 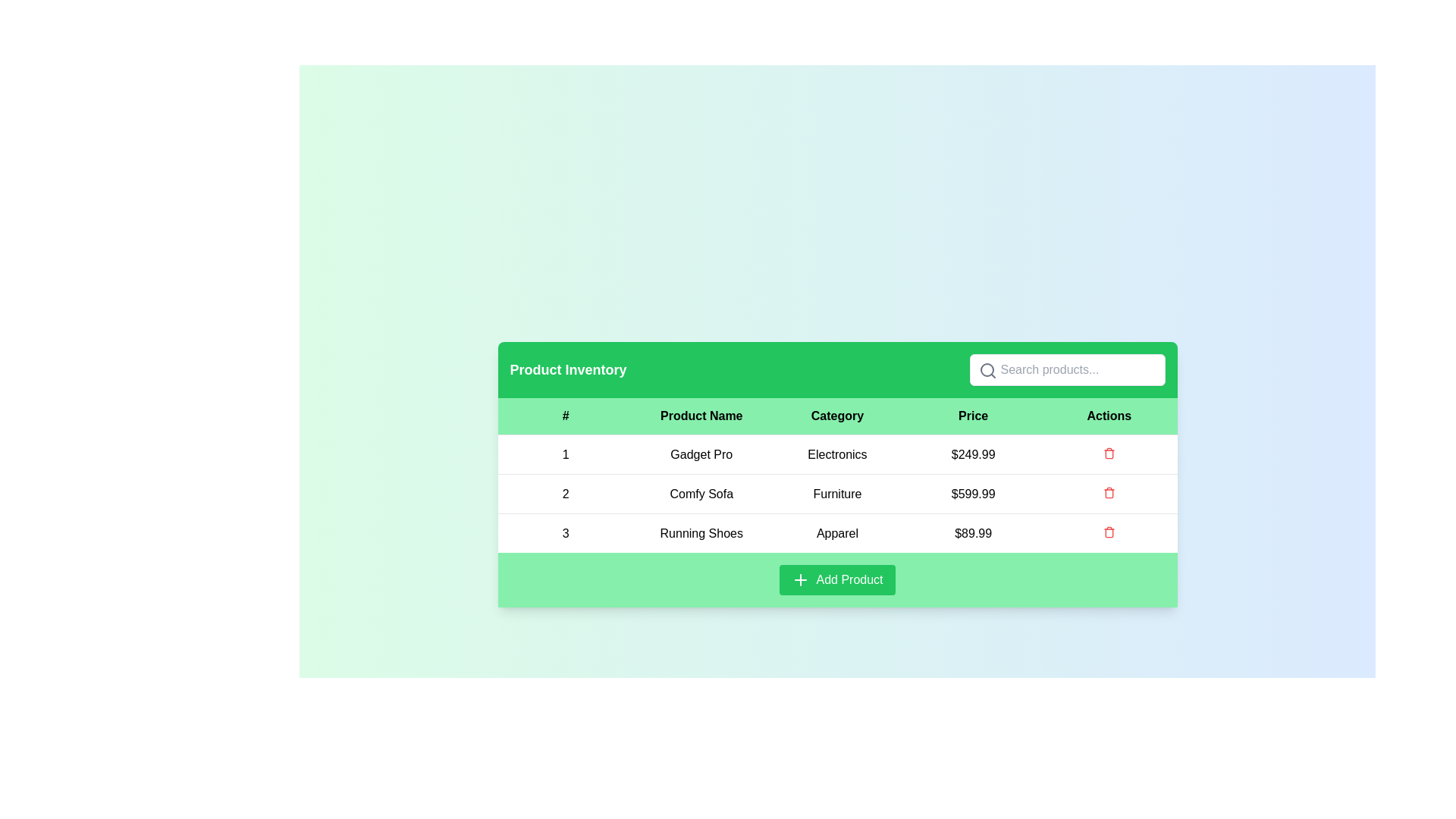 I want to click on the bold text label reading 'Product Inventory' that is styled with a large font size and white color against a green background, located at the upper left side of the header section of the card-like component, so click(x=567, y=370).